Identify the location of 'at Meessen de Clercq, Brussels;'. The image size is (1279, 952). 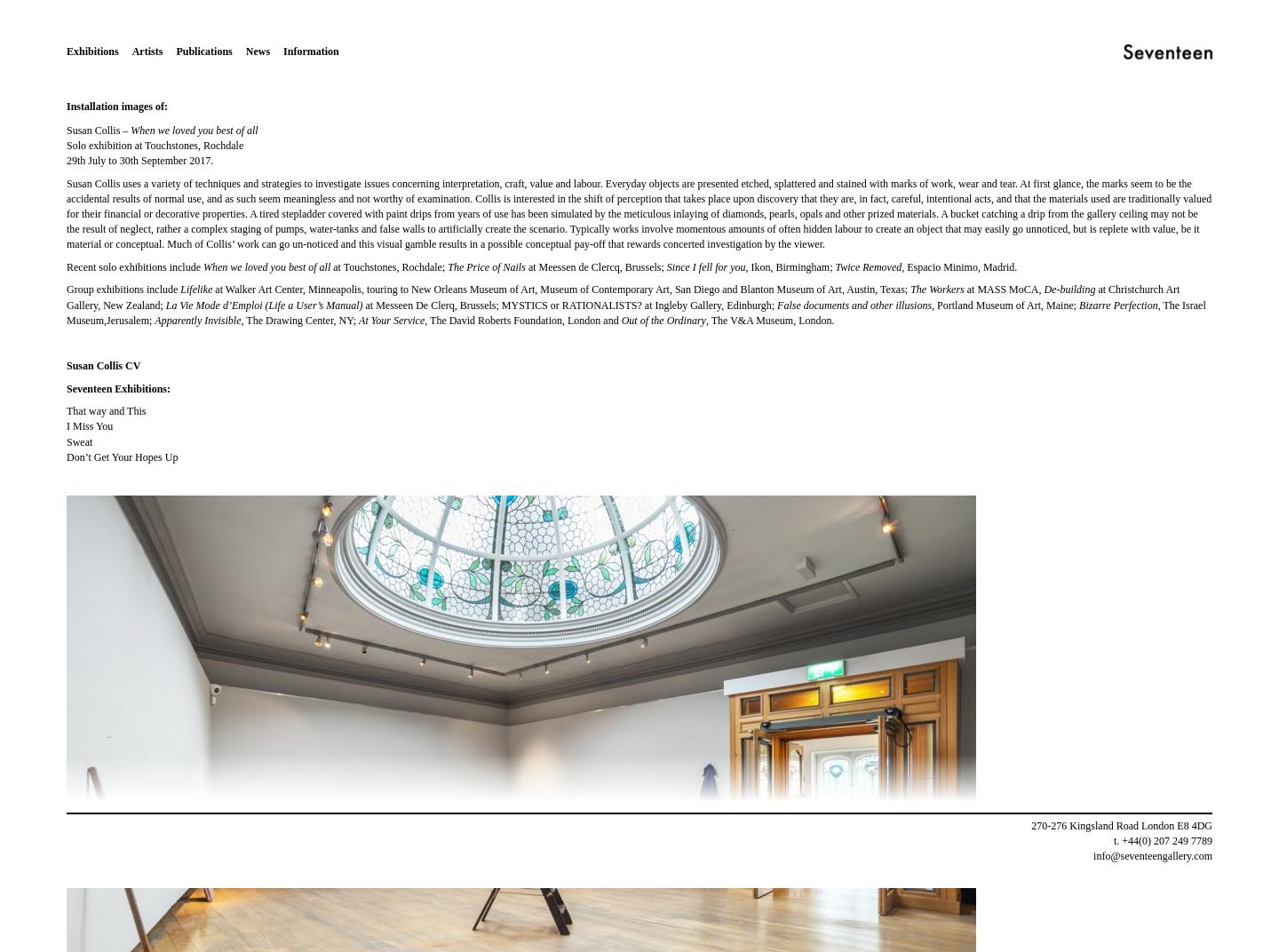
(595, 266).